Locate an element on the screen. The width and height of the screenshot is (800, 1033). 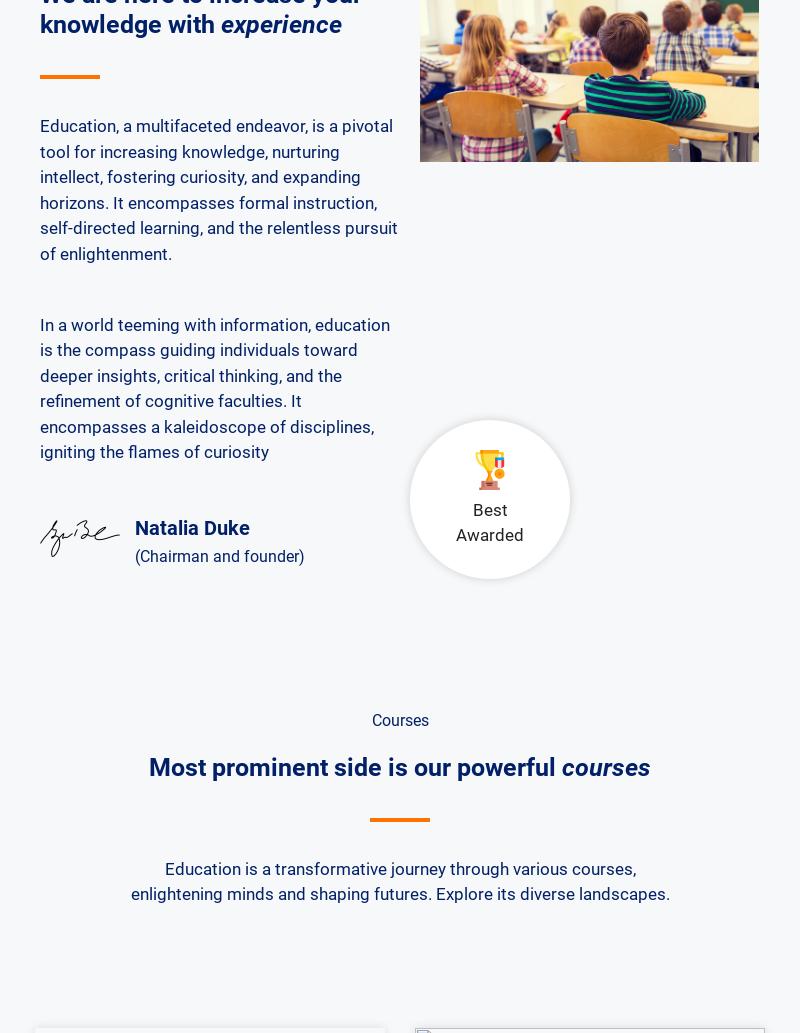
'Courses' is located at coordinates (398, 719).